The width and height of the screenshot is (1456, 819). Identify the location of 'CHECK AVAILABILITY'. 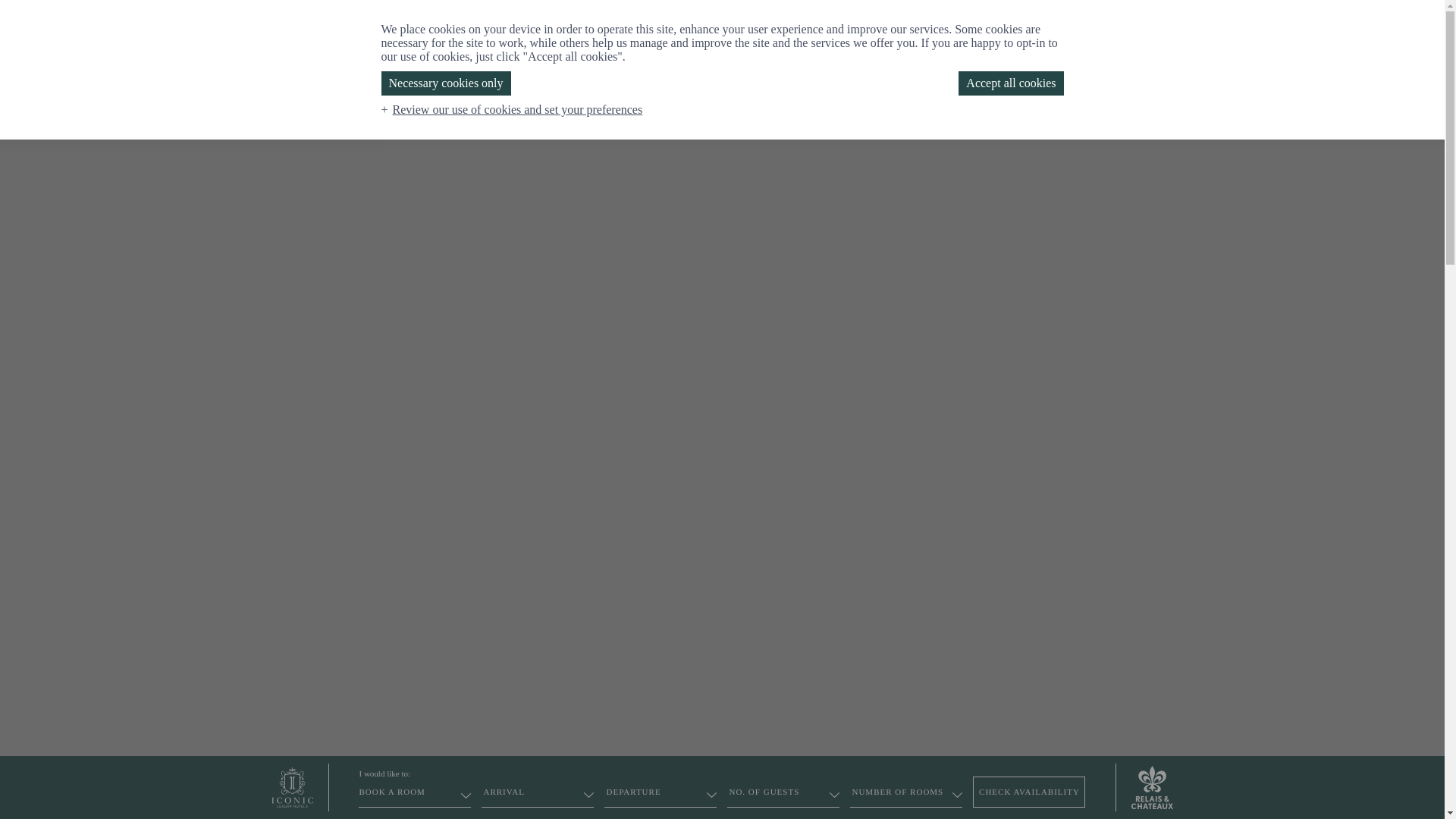
(1029, 791).